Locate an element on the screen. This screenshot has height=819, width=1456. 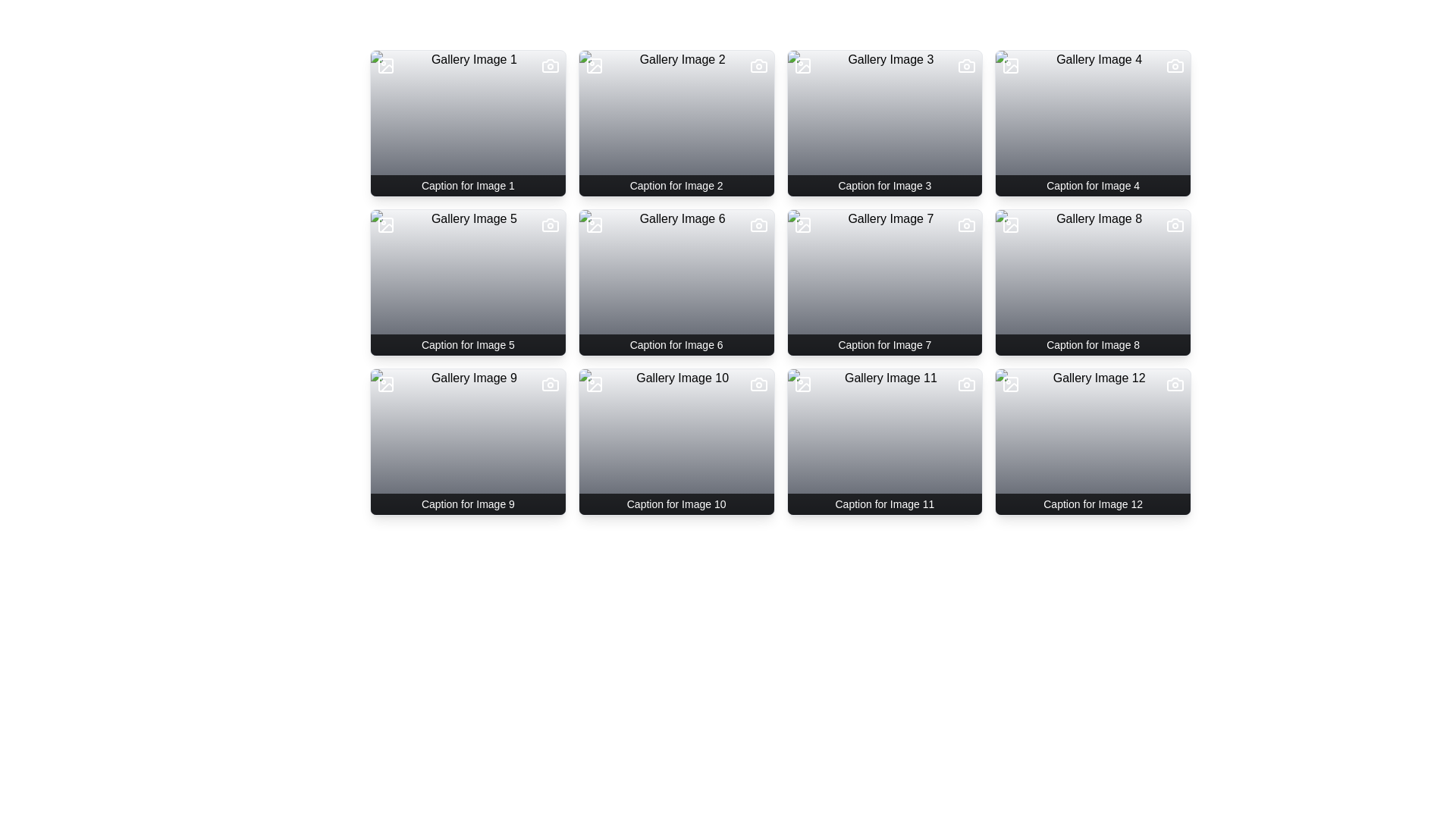
the Gallery Image Card located in the fourth row and third column of the grid is located at coordinates (884, 441).